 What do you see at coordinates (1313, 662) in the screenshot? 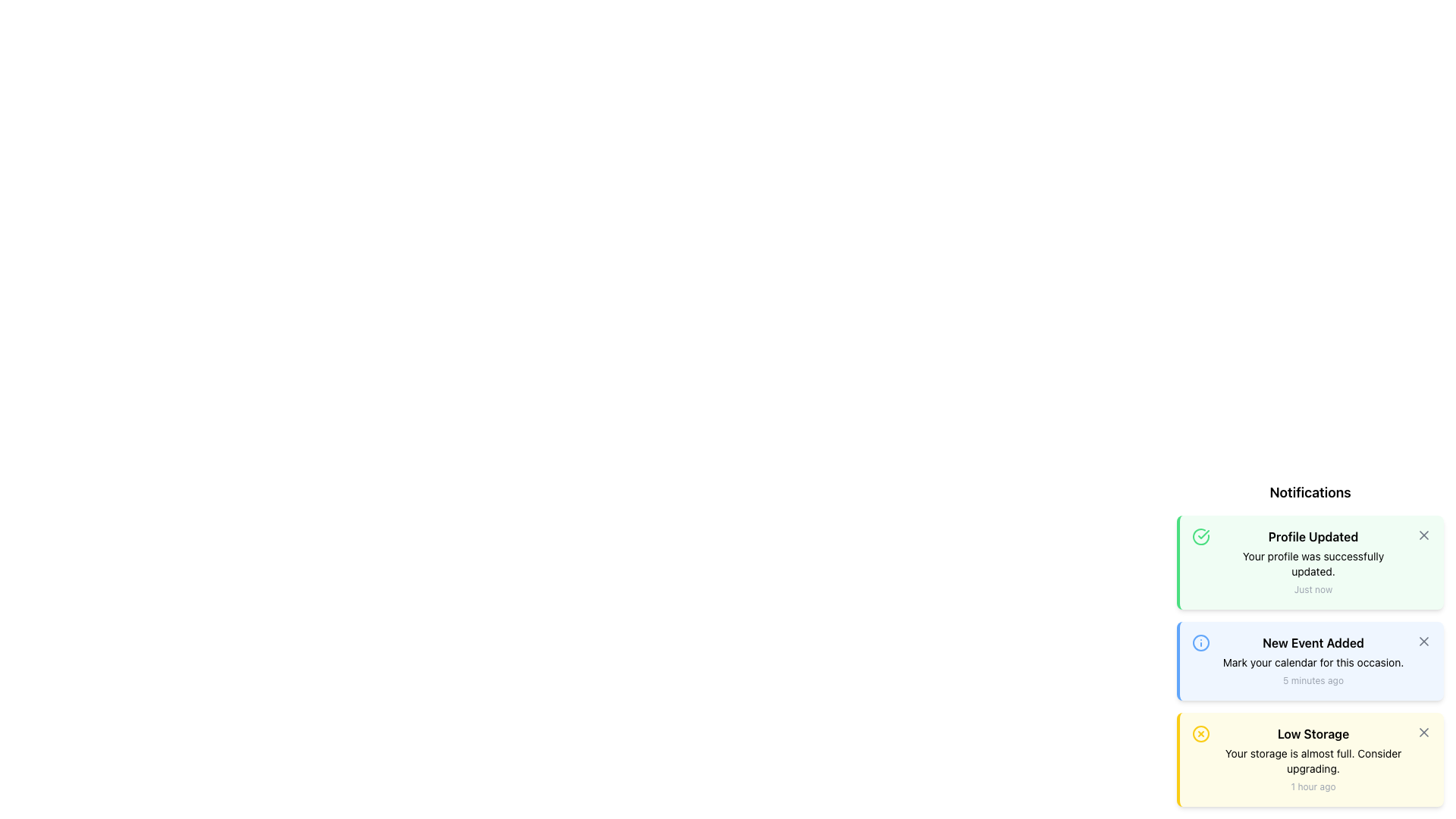
I see `the static text element that contains the message 'Mark your calendar for this occasion.' which is positioned between 'New Event Added' and '5 minutes ago.' in the notification block` at bounding box center [1313, 662].